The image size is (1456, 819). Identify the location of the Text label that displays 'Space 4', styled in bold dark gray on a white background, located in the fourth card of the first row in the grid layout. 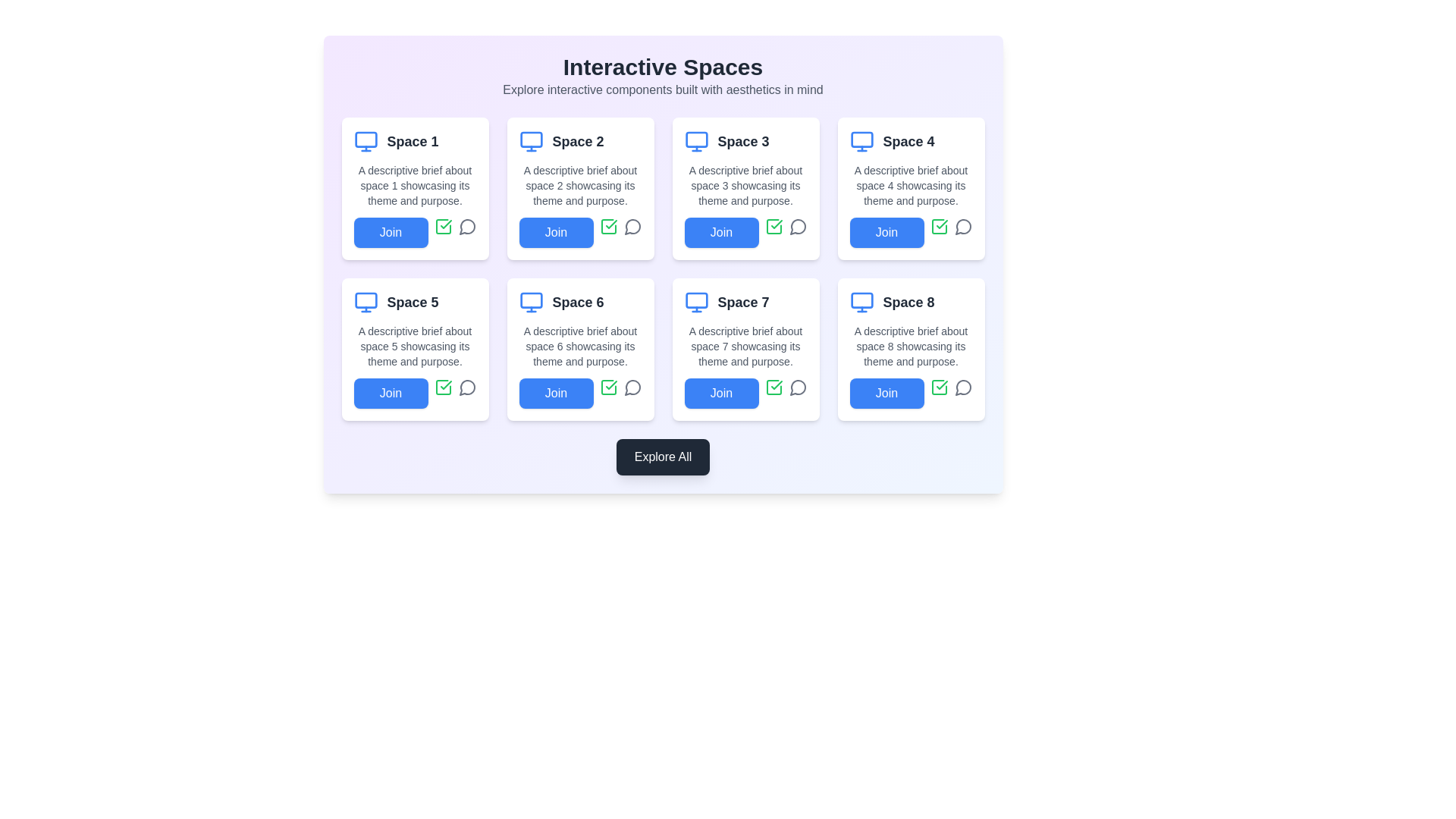
(908, 141).